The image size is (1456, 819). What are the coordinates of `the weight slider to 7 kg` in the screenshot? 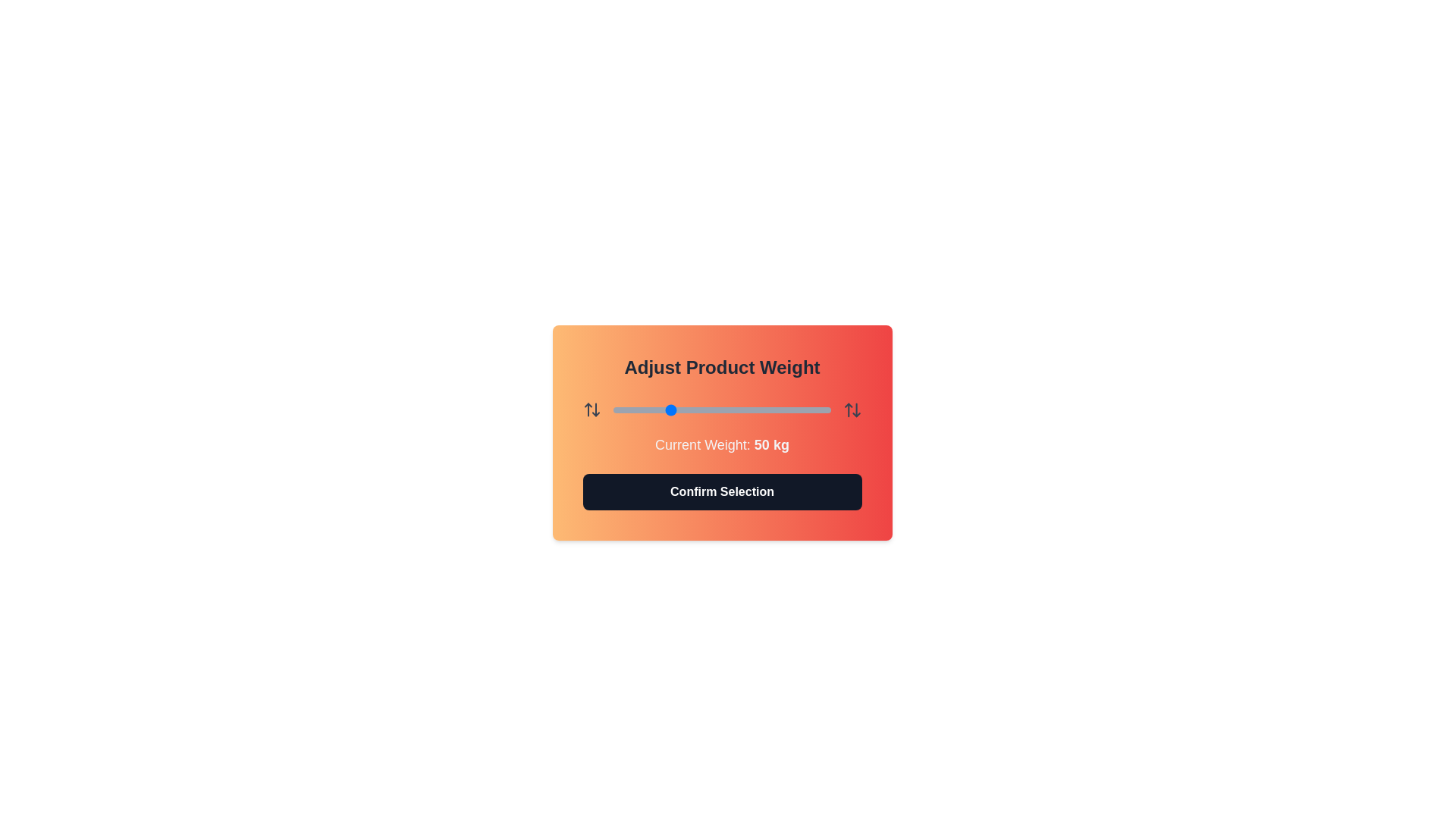 It's located at (621, 409).